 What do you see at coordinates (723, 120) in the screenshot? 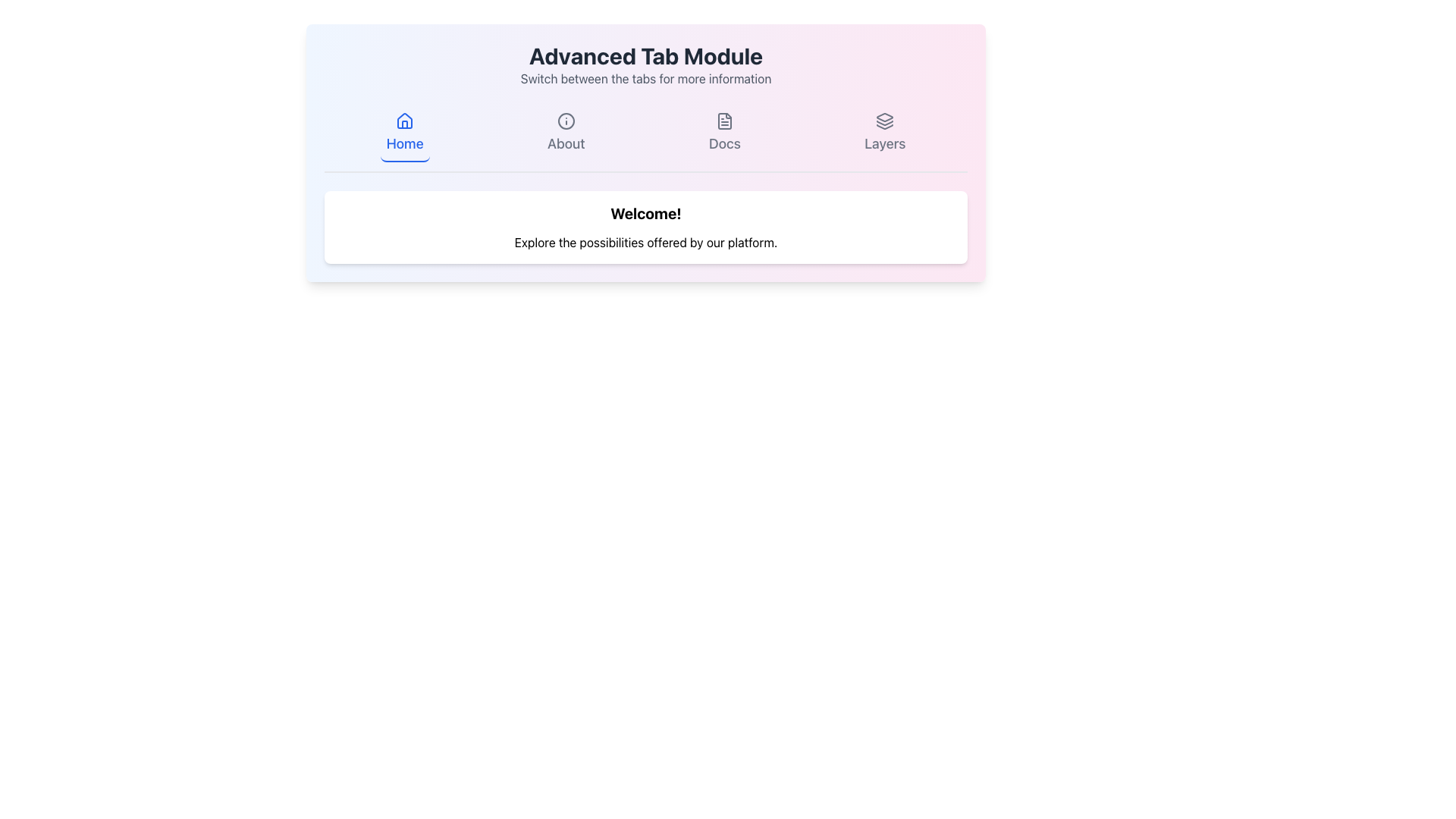
I see `the document icon located in the 'Docs' button at the center-top of the interface` at bounding box center [723, 120].